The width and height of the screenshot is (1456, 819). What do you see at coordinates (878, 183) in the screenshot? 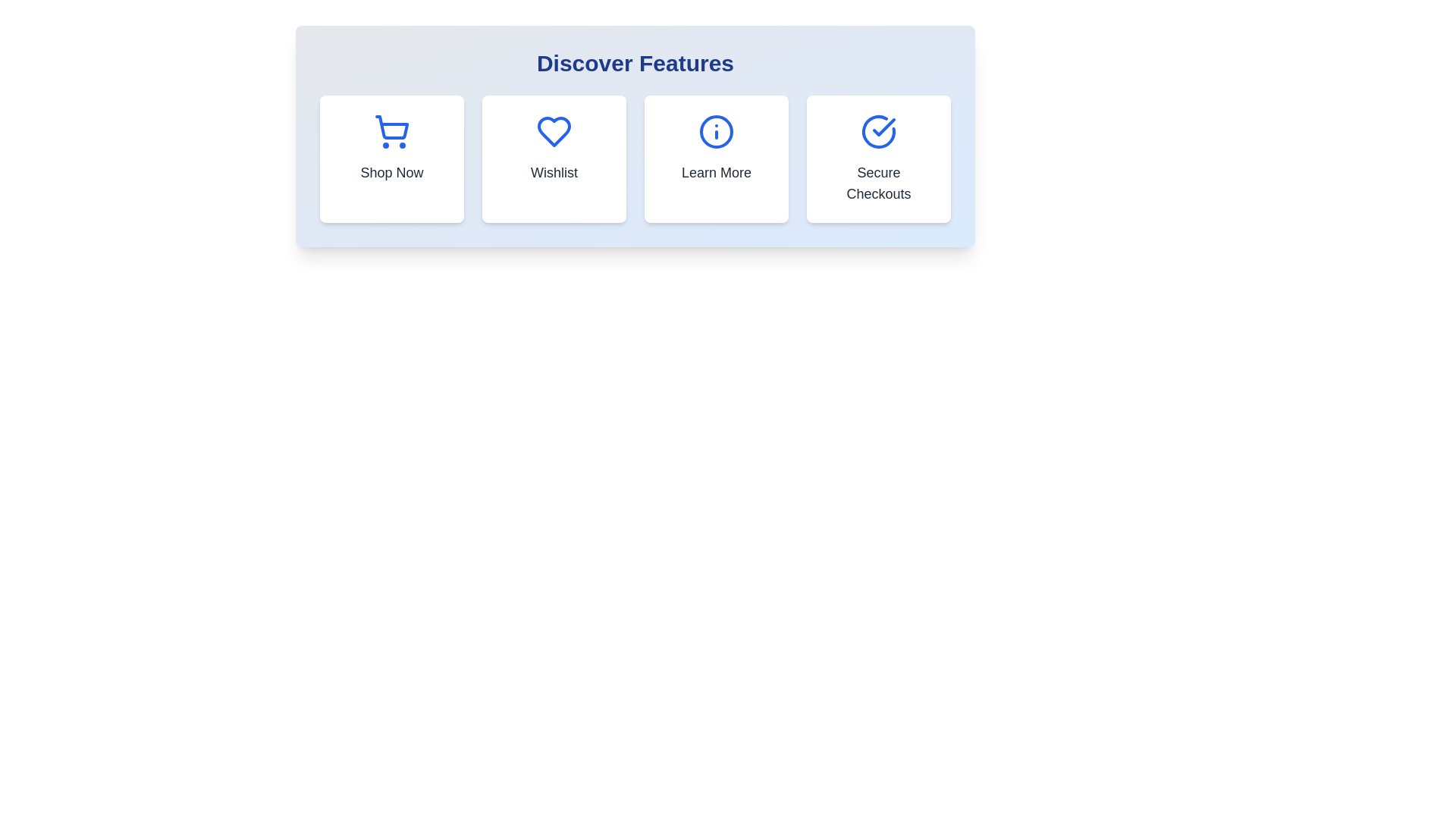
I see `the Text Label indicating secure checkouts, located in the fourth feature of the 'Discover Features' group` at bounding box center [878, 183].